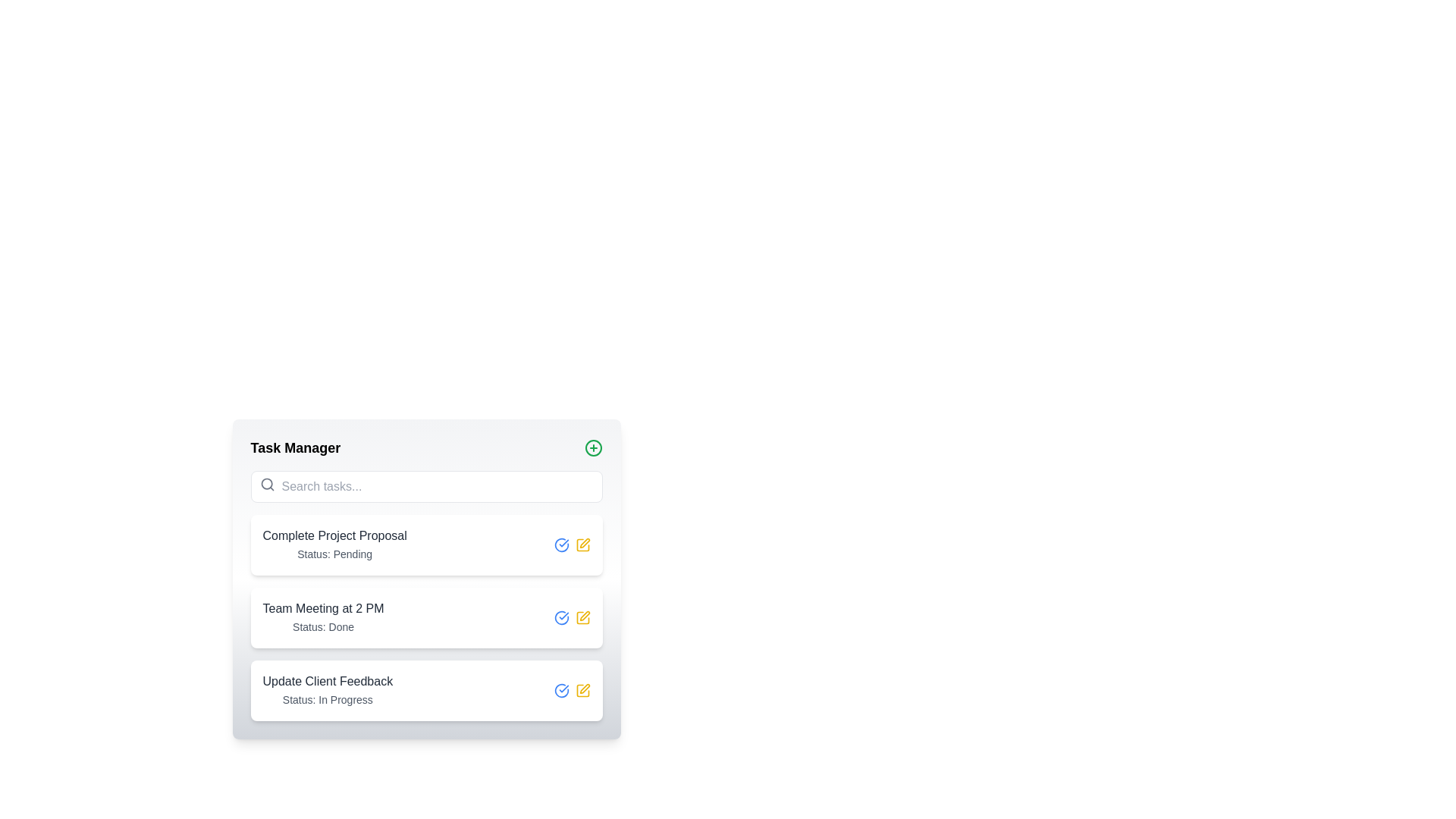 This screenshot has height=819, width=1456. What do you see at coordinates (327, 699) in the screenshot?
I see `the task's status` at bounding box center [327, 699].